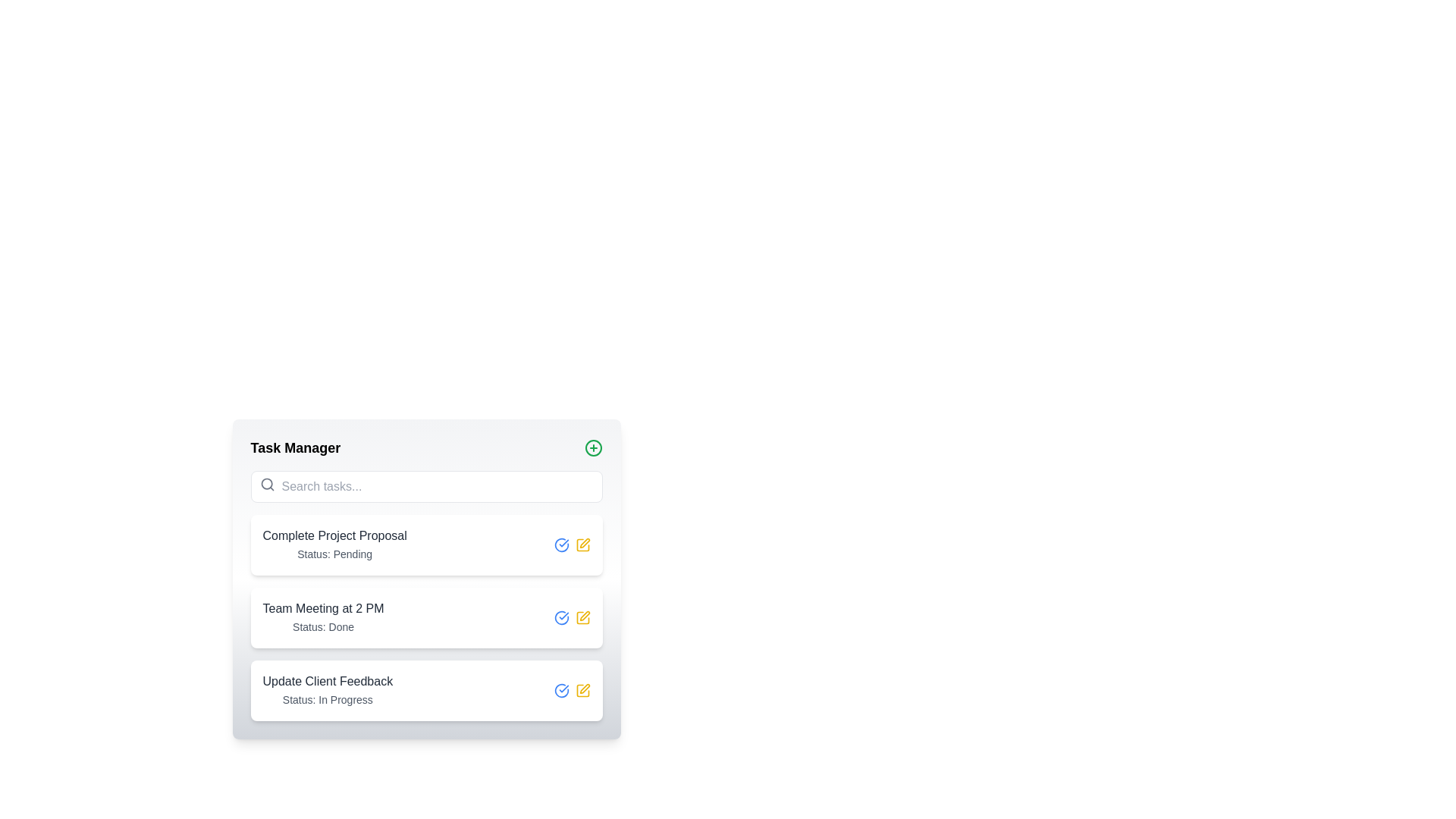 This screenshot has height=819, width=1456. What do you see at coordinates (327, 699) in the screenshot?
I see `the task's status` at bounding box center [327, 699].